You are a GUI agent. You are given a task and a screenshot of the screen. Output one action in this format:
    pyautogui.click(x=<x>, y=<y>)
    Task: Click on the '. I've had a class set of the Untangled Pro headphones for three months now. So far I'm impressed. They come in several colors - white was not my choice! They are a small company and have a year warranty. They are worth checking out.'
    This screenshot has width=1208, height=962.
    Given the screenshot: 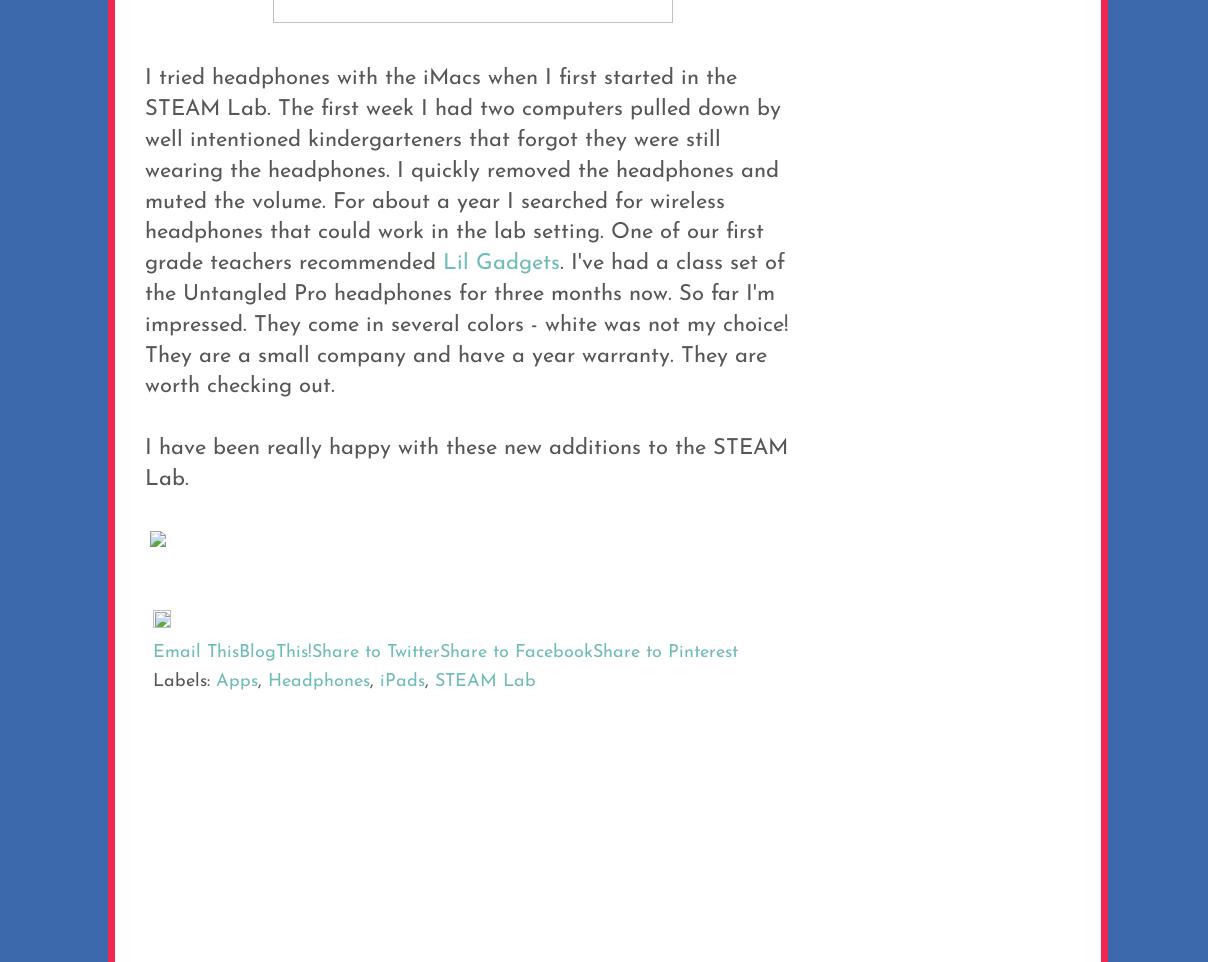 What is the action you would take?
    pyautogui.click(x=143, y=323)
    